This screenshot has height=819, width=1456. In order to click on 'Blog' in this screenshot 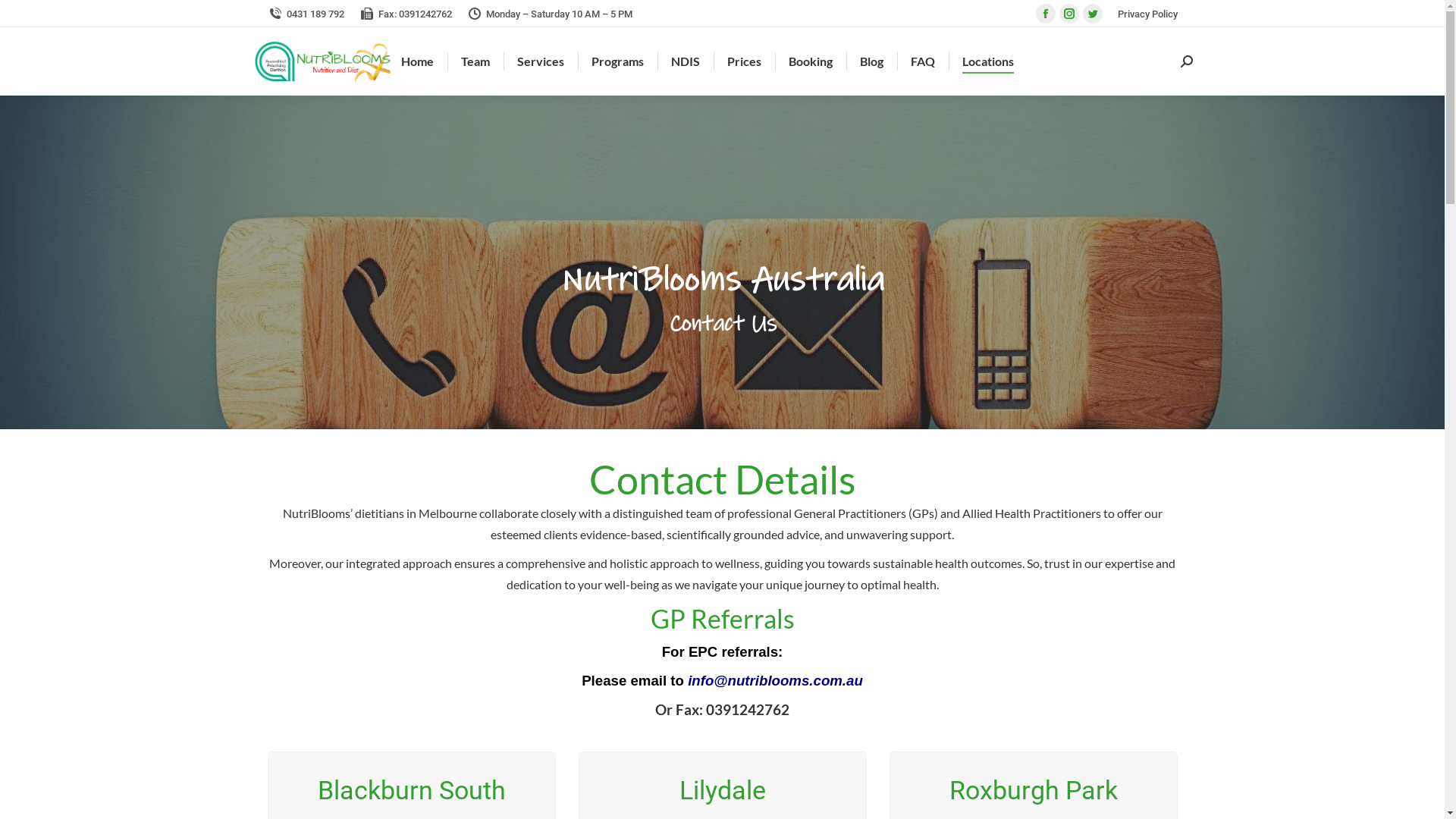, I will do `click(871, 61)`.